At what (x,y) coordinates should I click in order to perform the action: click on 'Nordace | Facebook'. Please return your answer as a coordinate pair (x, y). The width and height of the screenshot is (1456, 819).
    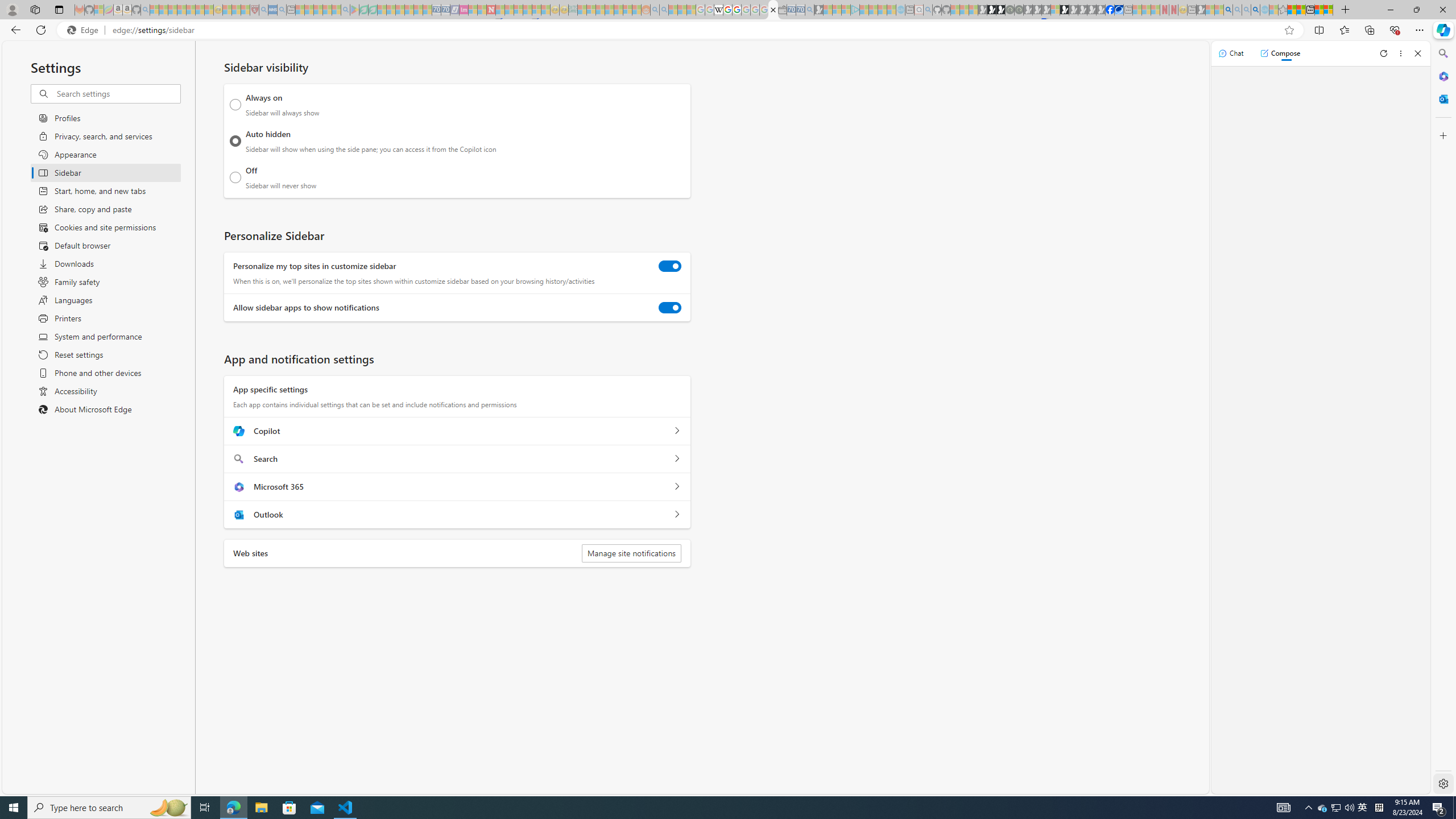
    Looking at the image, I should click on (1110, 9).